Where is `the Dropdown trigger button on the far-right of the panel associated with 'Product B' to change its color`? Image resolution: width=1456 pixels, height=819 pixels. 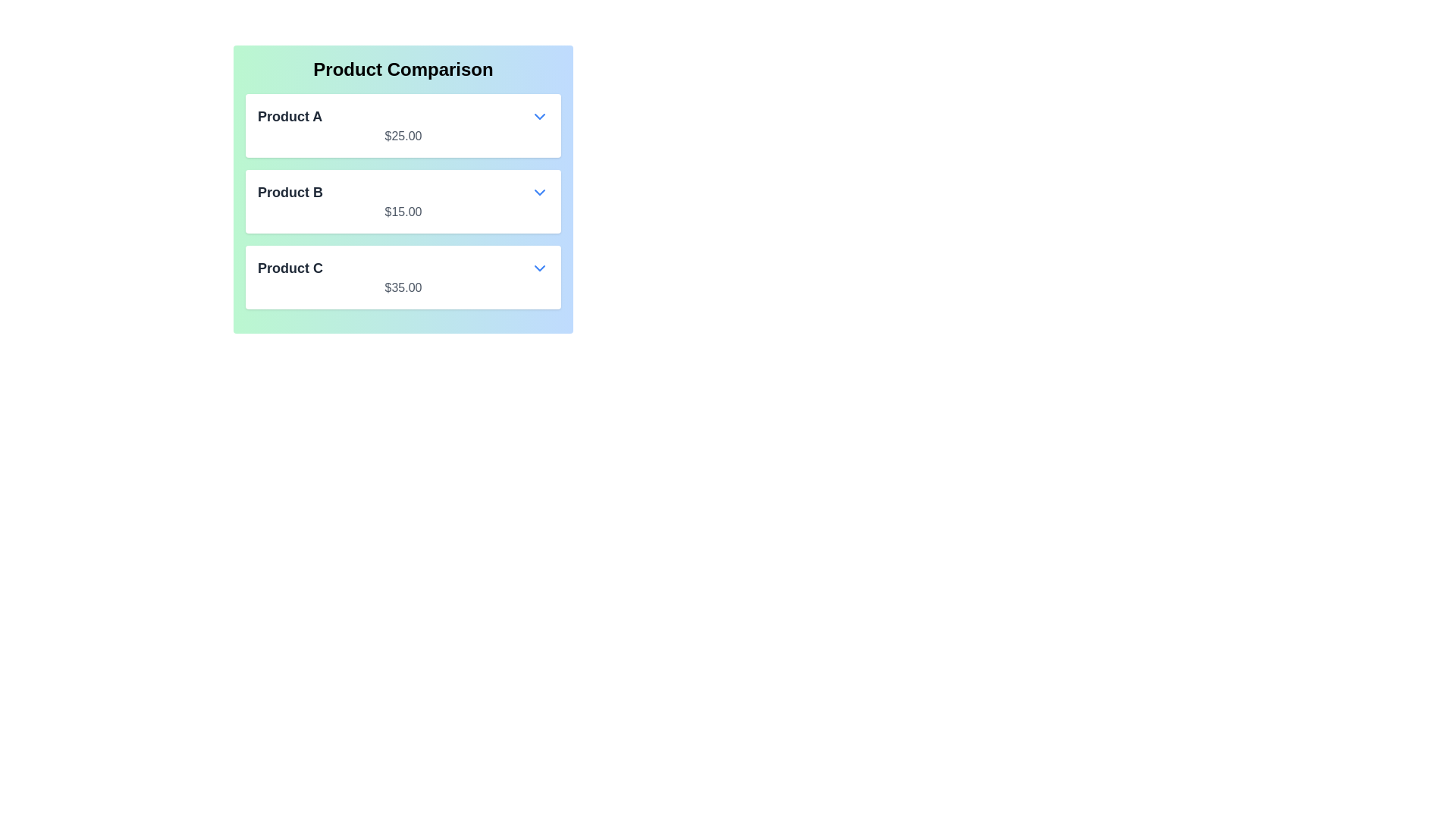 the Dropdown trigger button on the far-right of the panel associated with 'Product B' to change its color is located at coordinates (539, 192).